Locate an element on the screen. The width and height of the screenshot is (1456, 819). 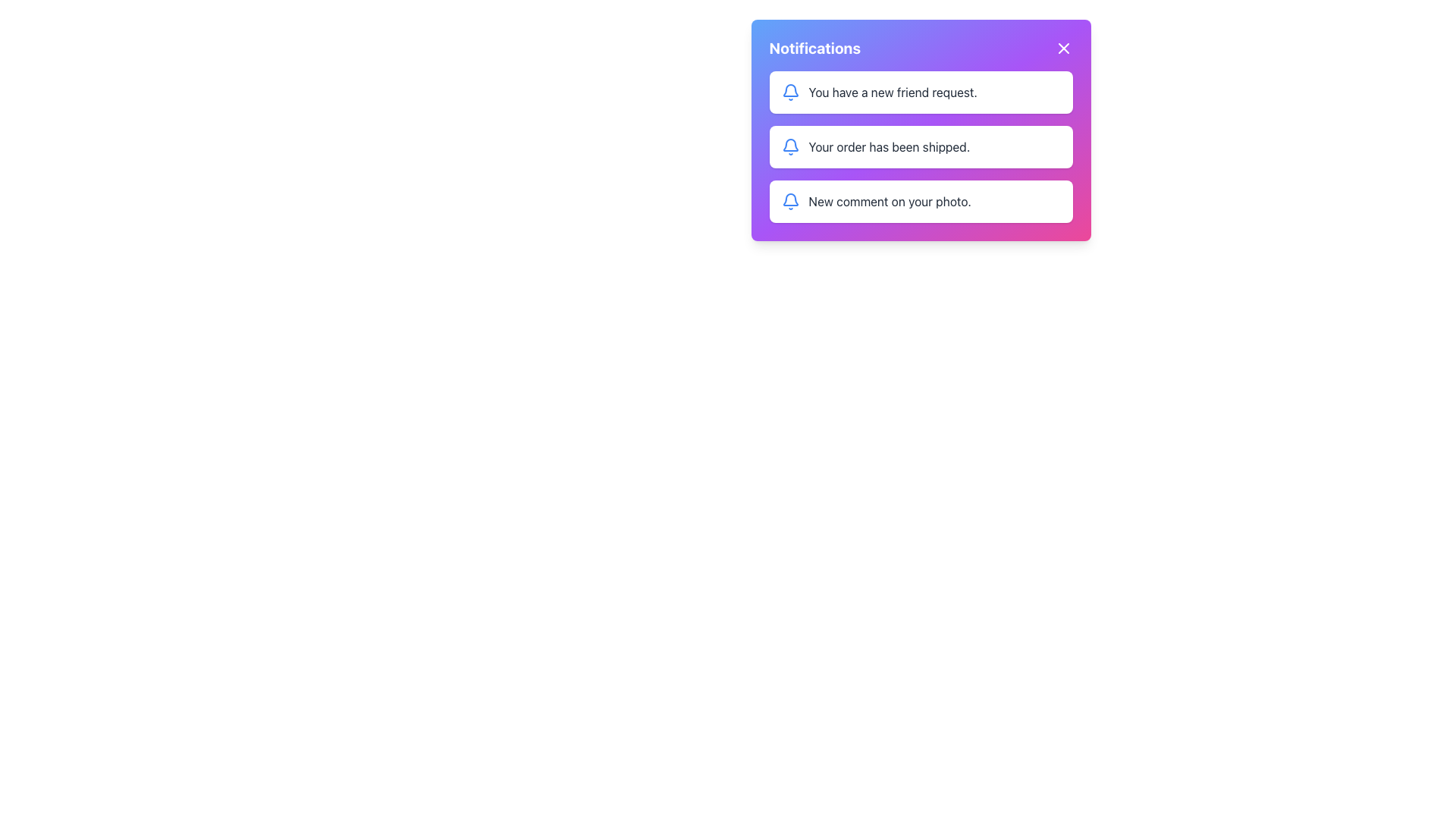
text of the new comment notification card, which is the third item in the vertical stack of notifications is located at coordinates (920, 201).